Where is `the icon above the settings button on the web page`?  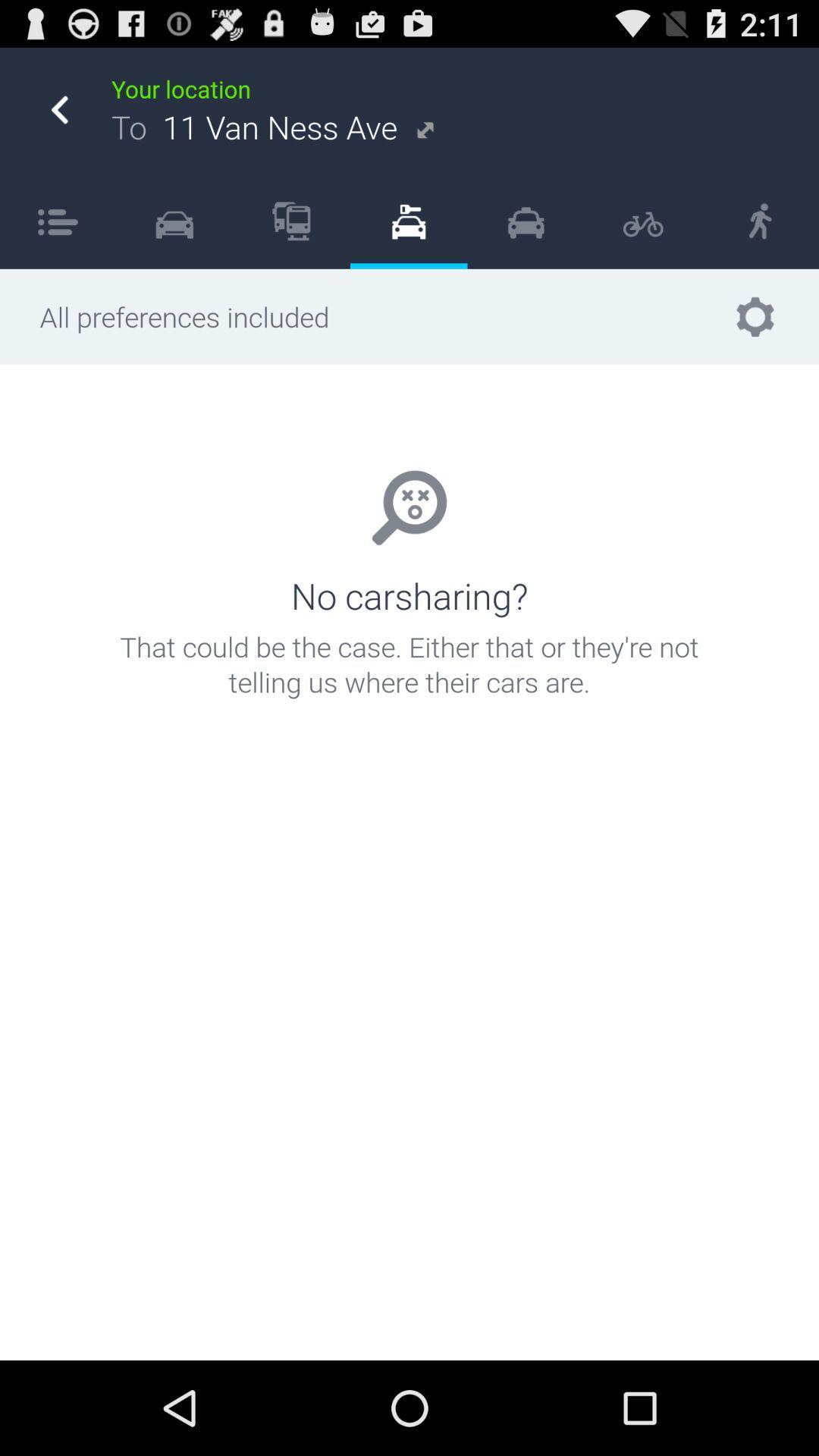
the icon above the settings button on the web page is located at coordinates (760, 221).